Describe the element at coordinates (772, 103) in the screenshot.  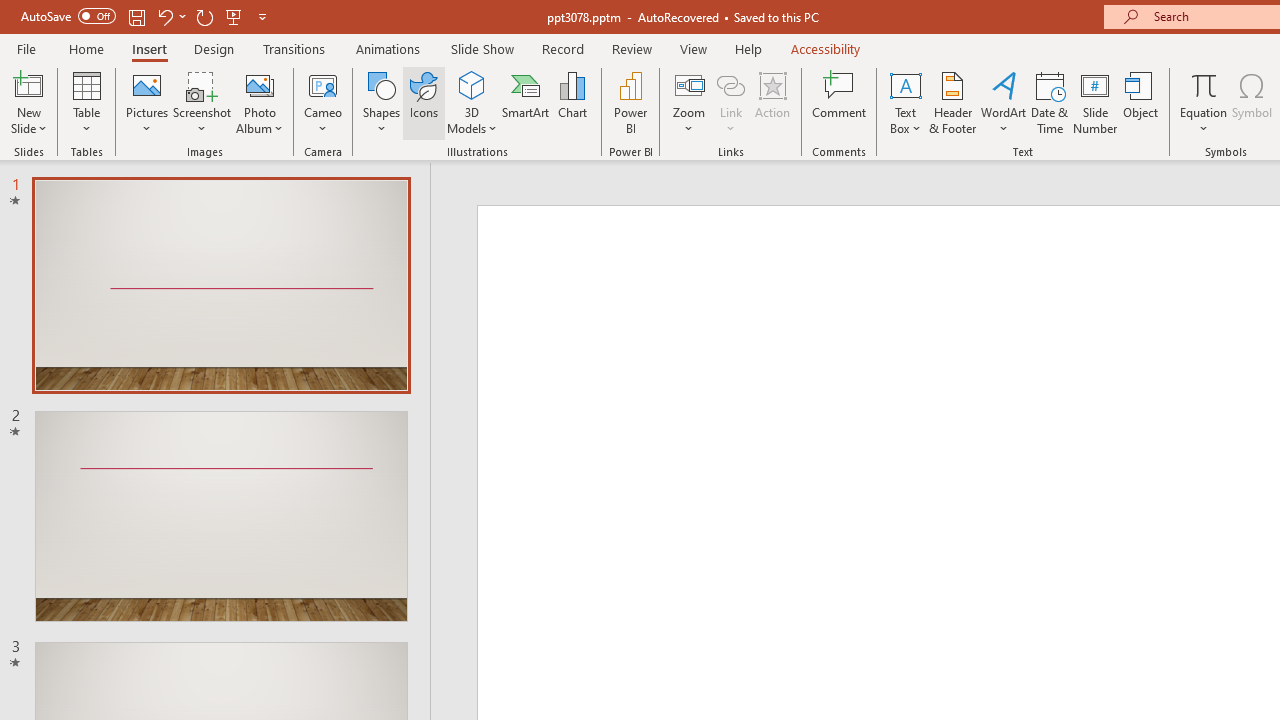
I see `'Action'` at that location.